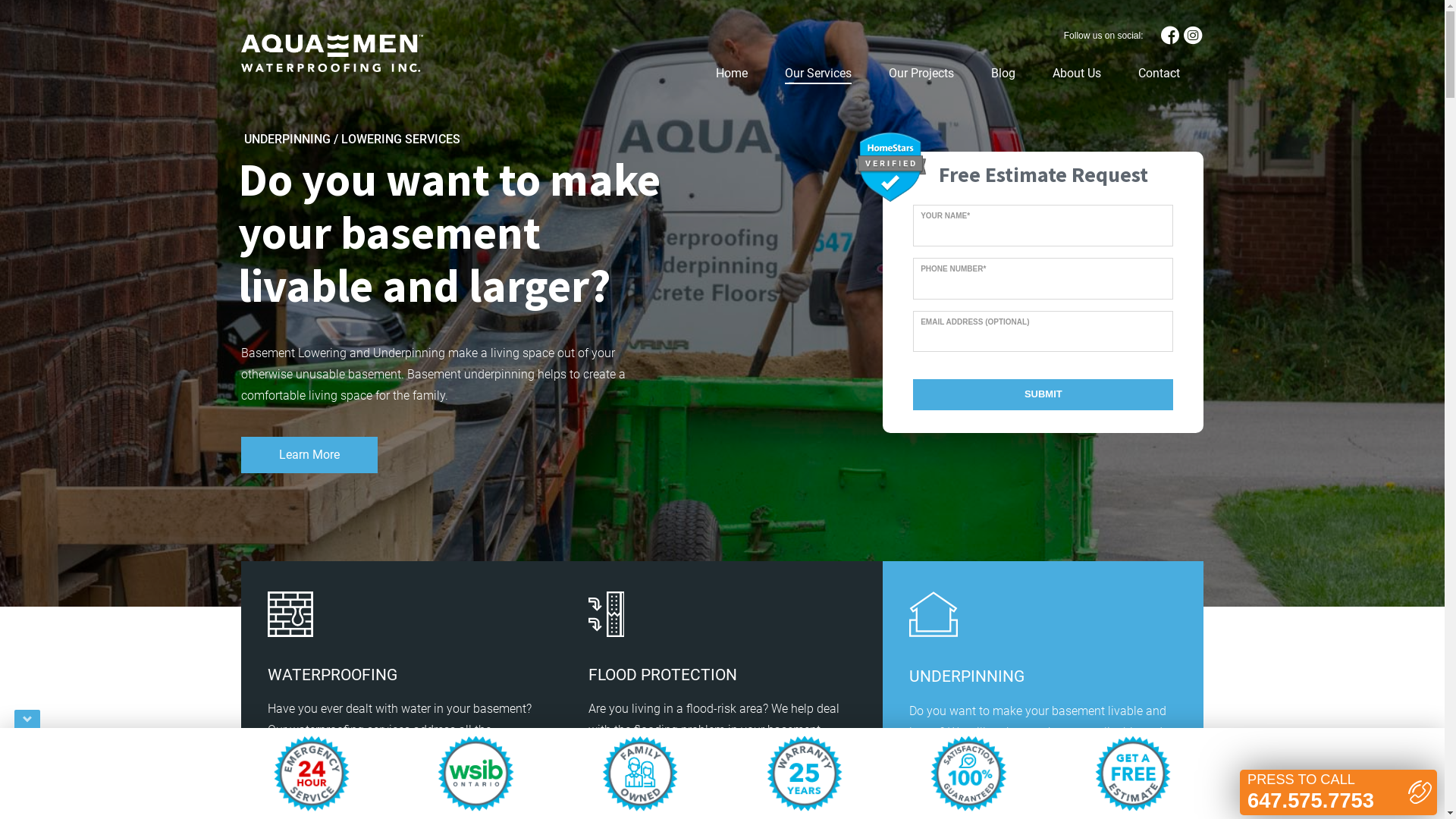 The height and width of the screenshot is (819, 1456). Describe the element at coordinates (309, 454) in the screenshot. I see `'Learn More'` at that location.